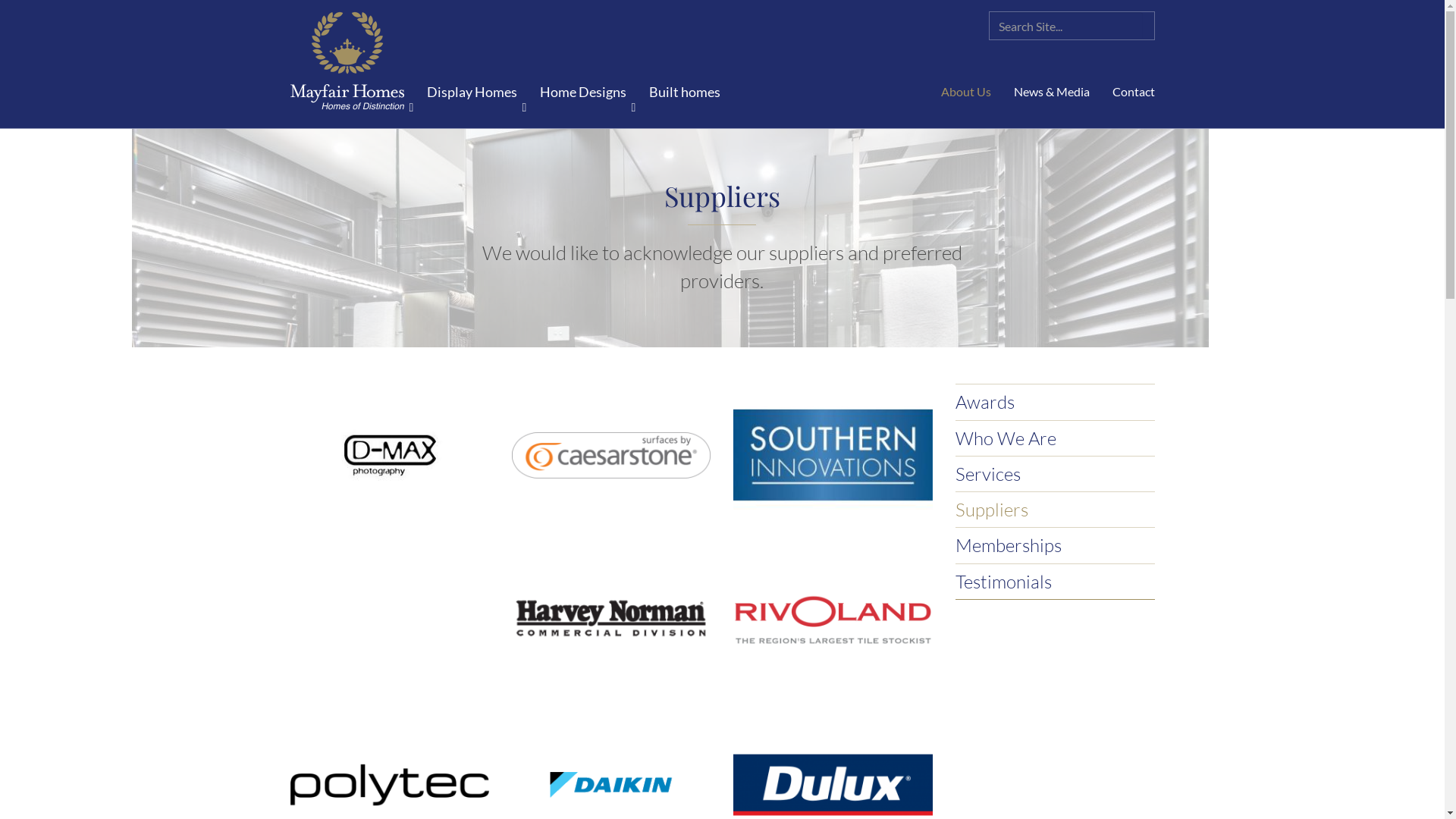  I want to click on 'Home Designs', so click(582, 91).